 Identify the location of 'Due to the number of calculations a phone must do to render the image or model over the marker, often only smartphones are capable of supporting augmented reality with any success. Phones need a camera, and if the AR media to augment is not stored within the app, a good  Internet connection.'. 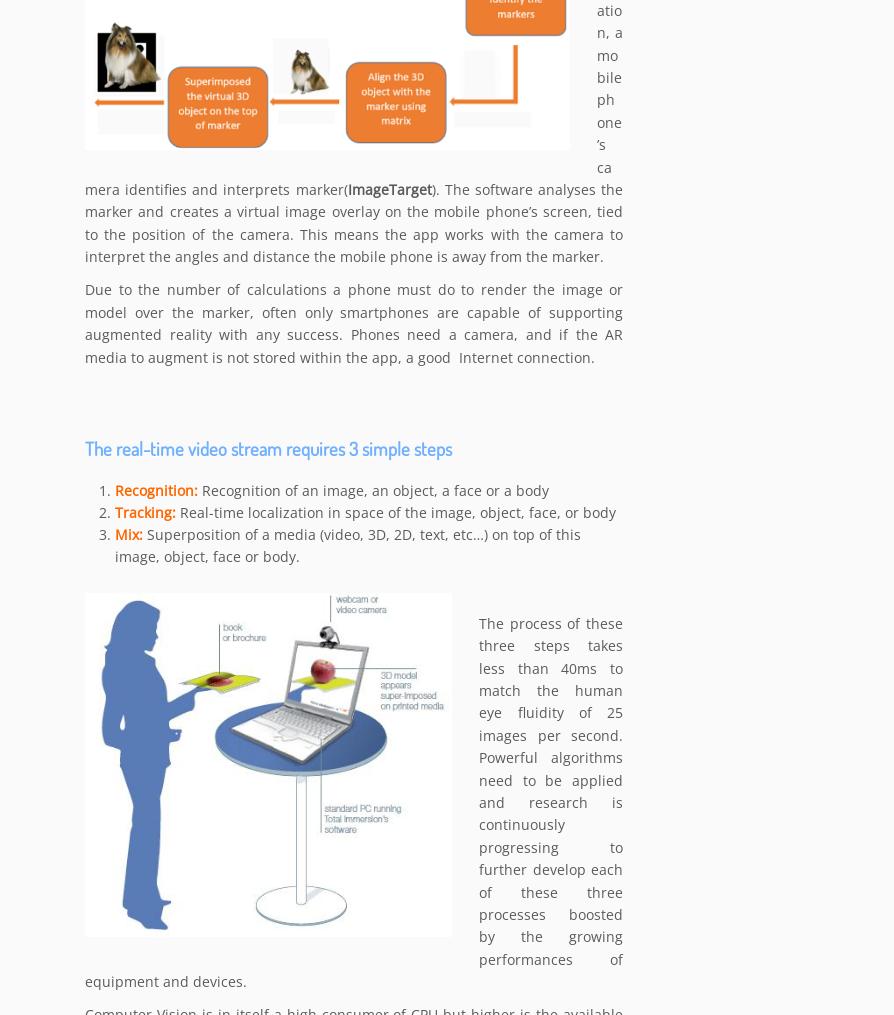
(353, 324).